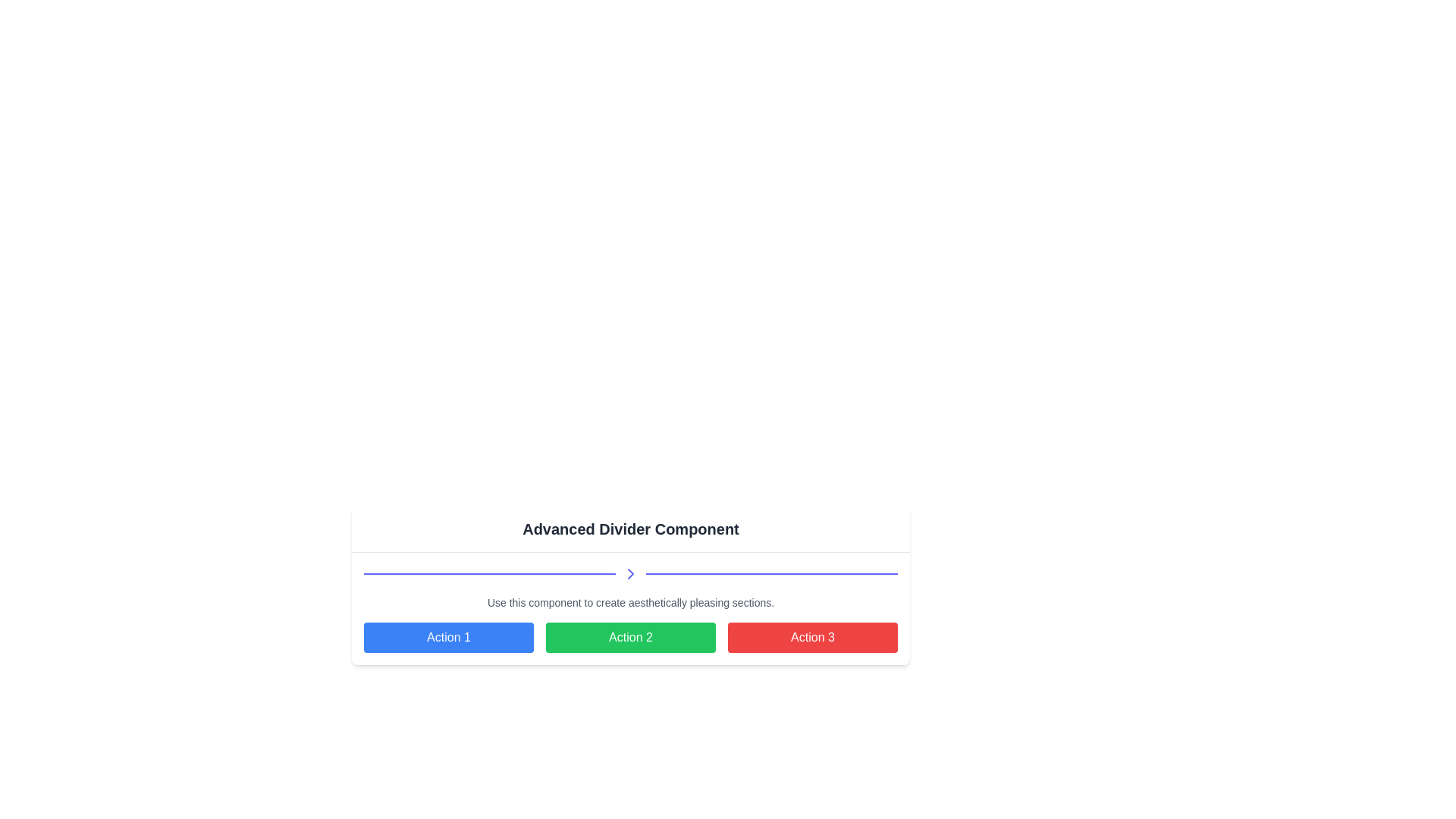  Describe the element at coordinates (630, 645) in the screenshot. I see `the rectangular button labeled 'Action 2' with a green background` at that location.